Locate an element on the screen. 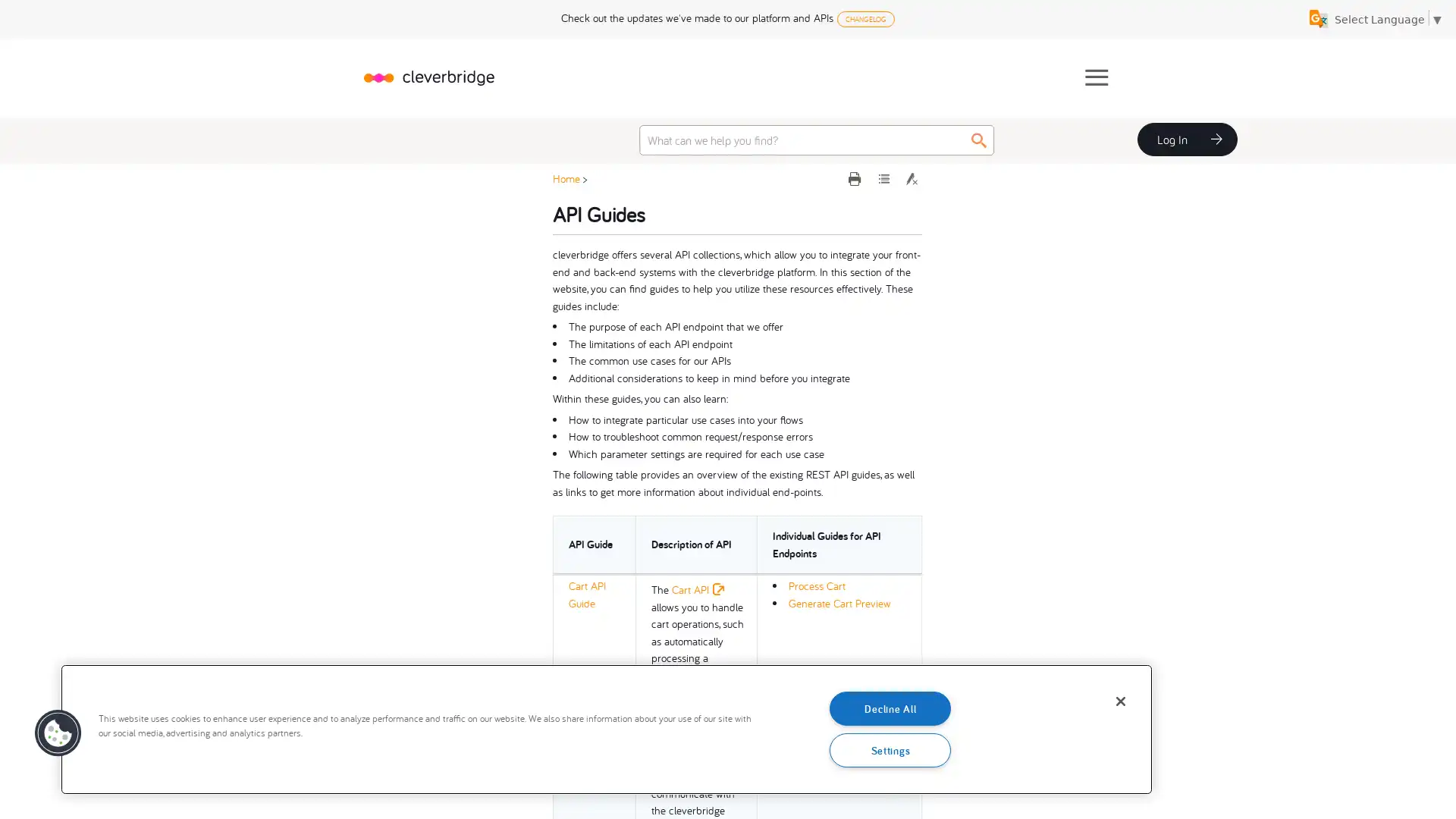 This screenshot has width=1456, height=819. Remove Highlights is located at coordinates (910, 177).